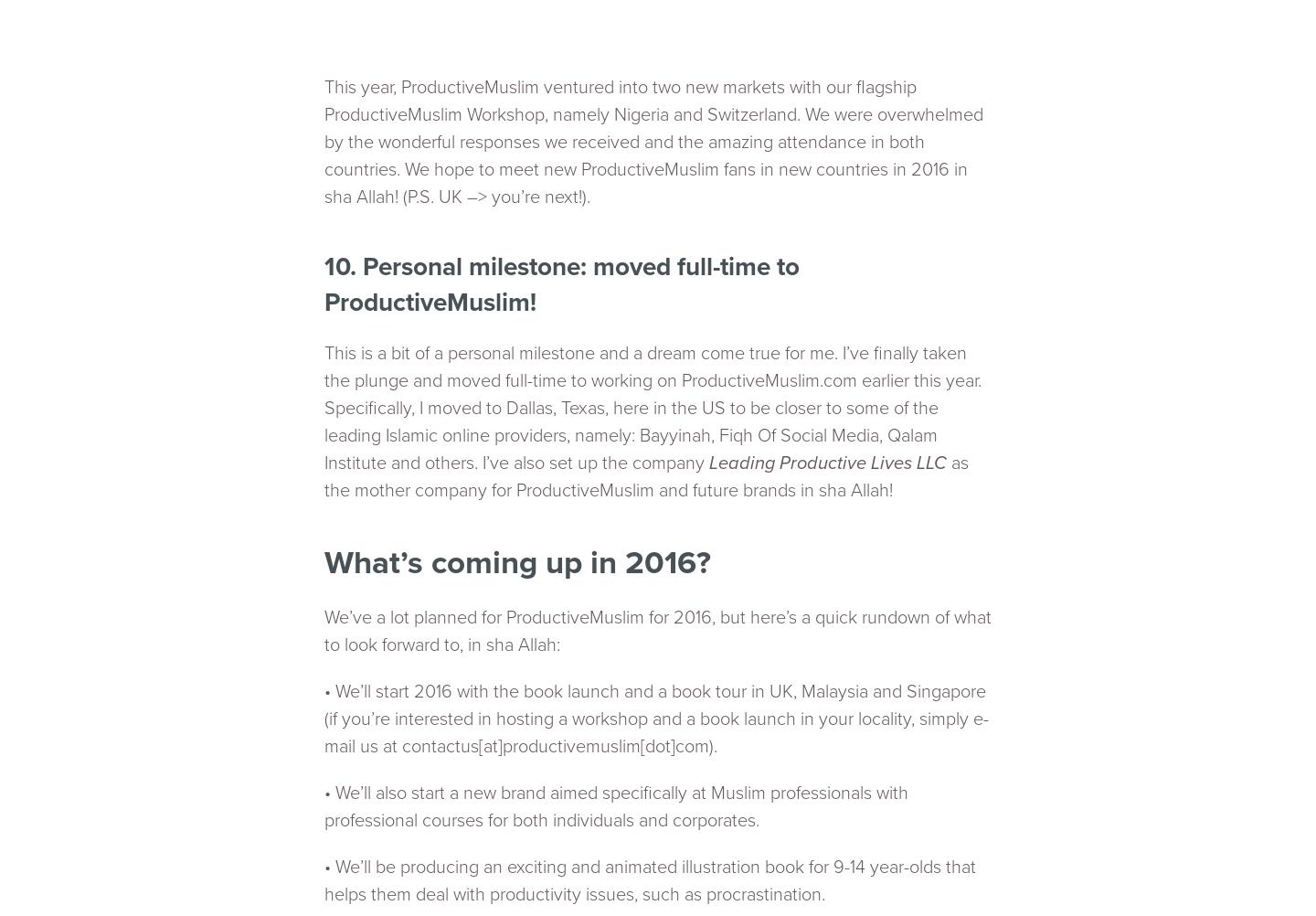 Image resolution: width=1316 pixels, height=916 pixels. I want to click on 'This is a bit of a personal milestone and a dream come true for me. I’ve finally taken the plunge and moved full-time to working on ProductiveMuslim.com earlier this year. Specifically, I moved to Dallas, Texas, here in the US to be closer to some of the leading Islamic online providers, namely: Bayyinah, Fiqh Of Social Media, Qalam Institute and others. I’ve also set up the company', so click(653, 407).